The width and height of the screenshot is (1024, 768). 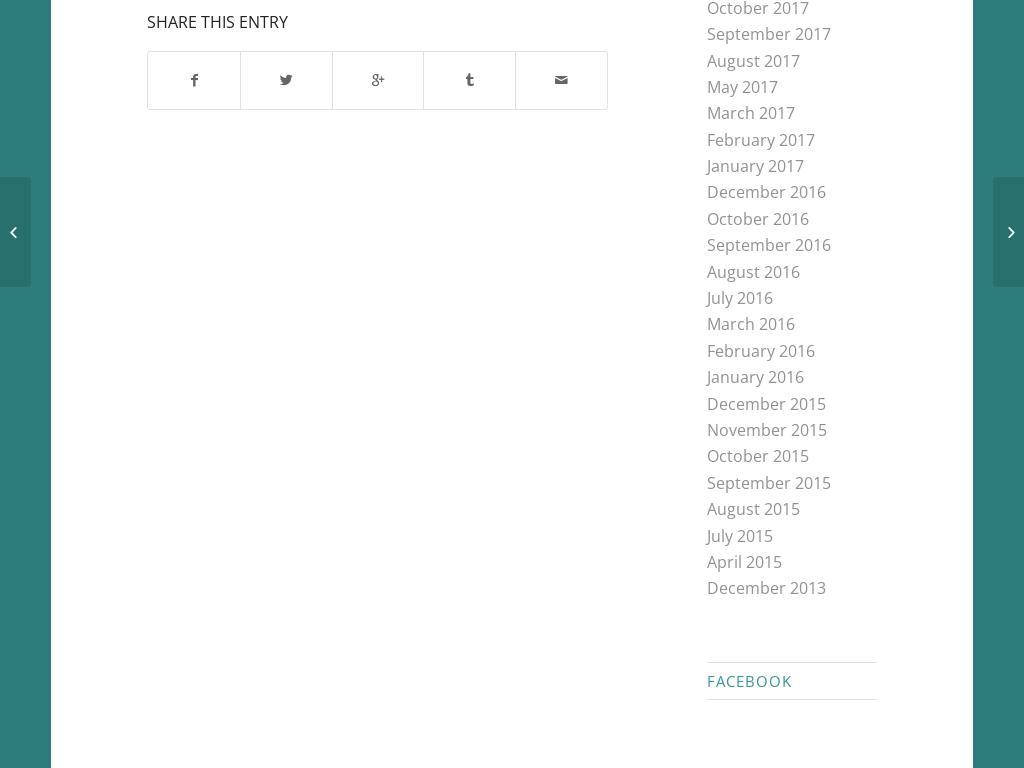 I want to click on 'October 2016', so click(x=756, y=217).